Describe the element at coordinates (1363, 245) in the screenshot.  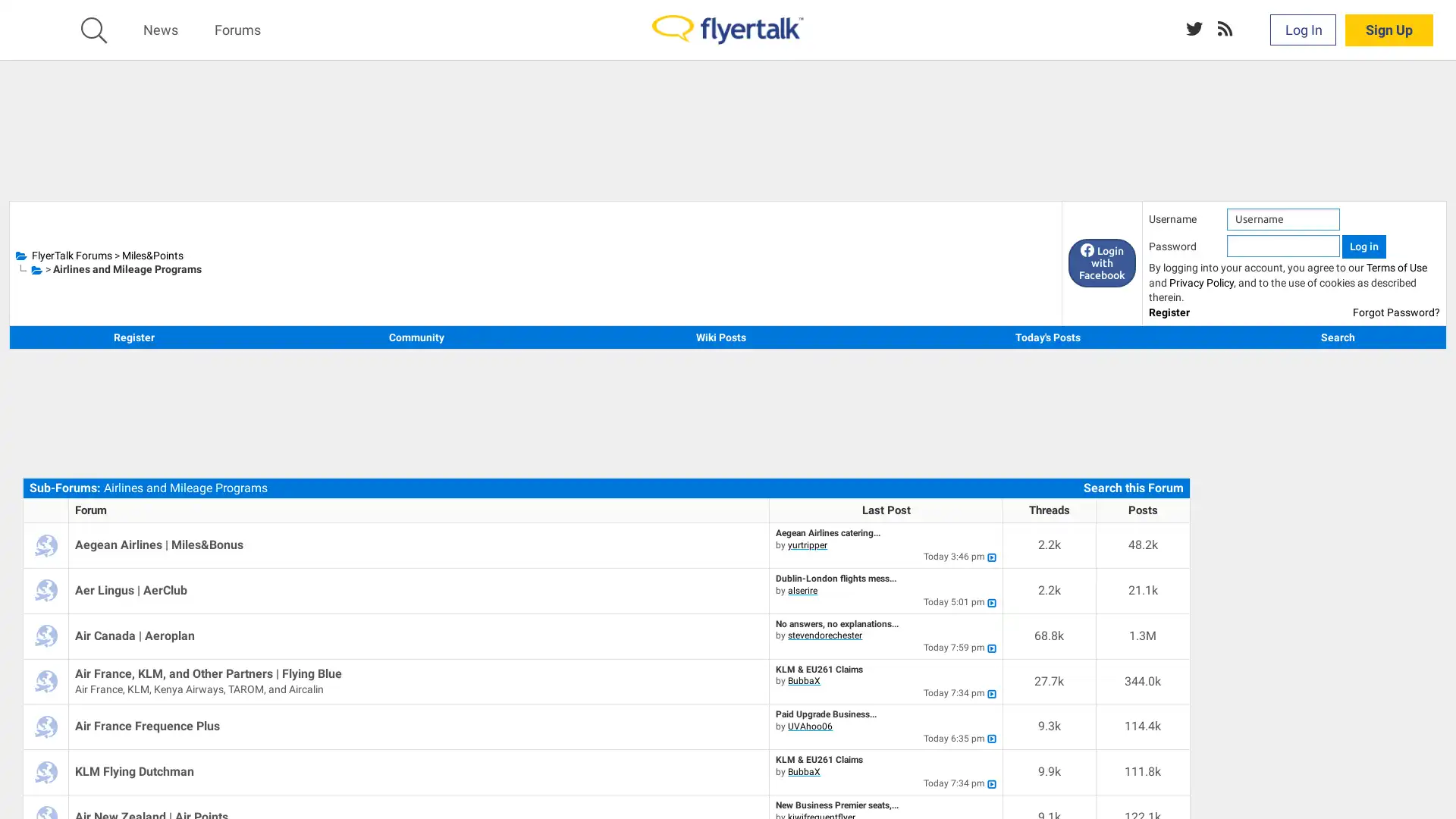
I see `Log in` at that location.